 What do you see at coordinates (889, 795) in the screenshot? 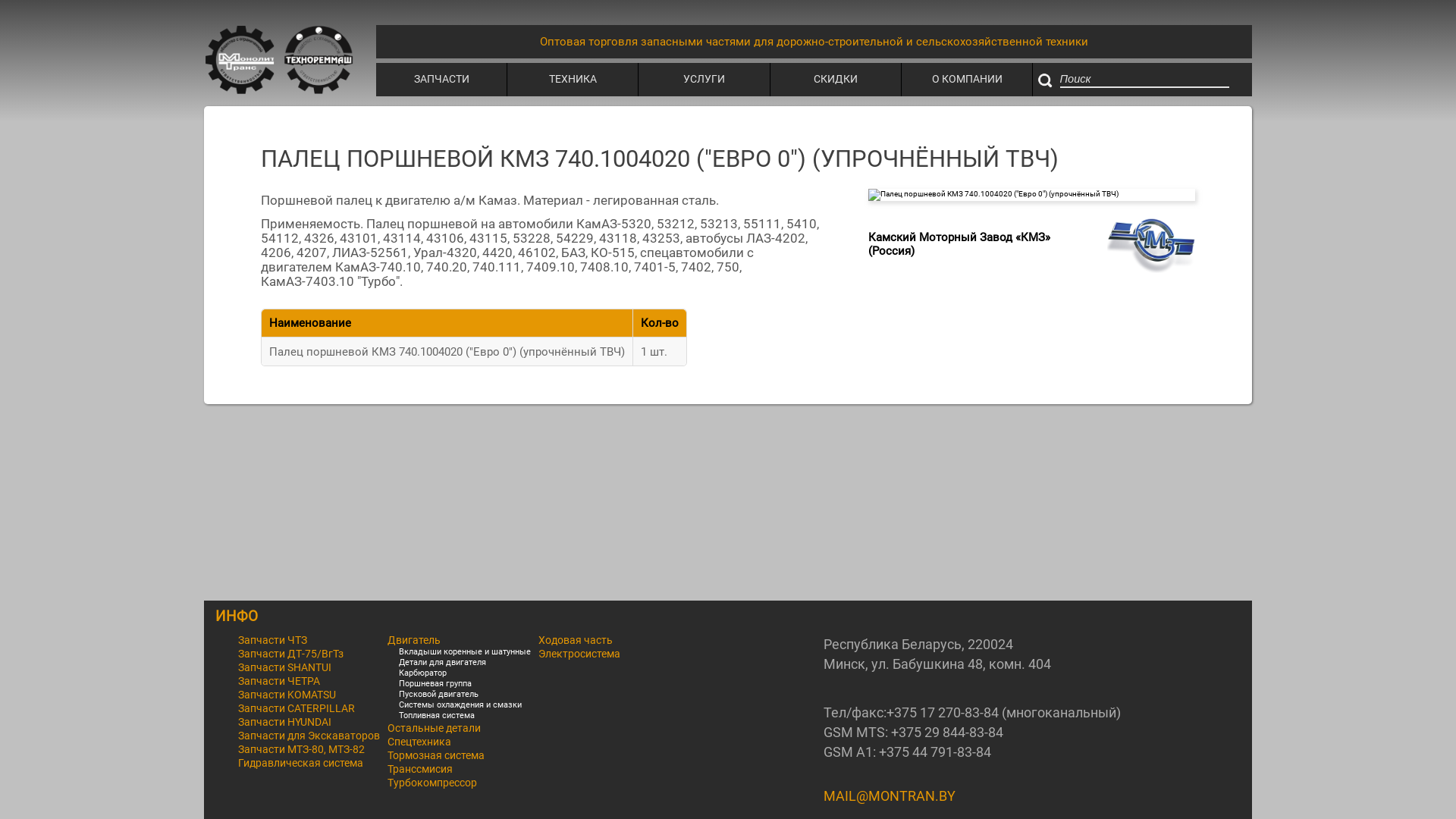
I see `'MAIL@MONTRAN.BY'` at bounding box center [889, 795].